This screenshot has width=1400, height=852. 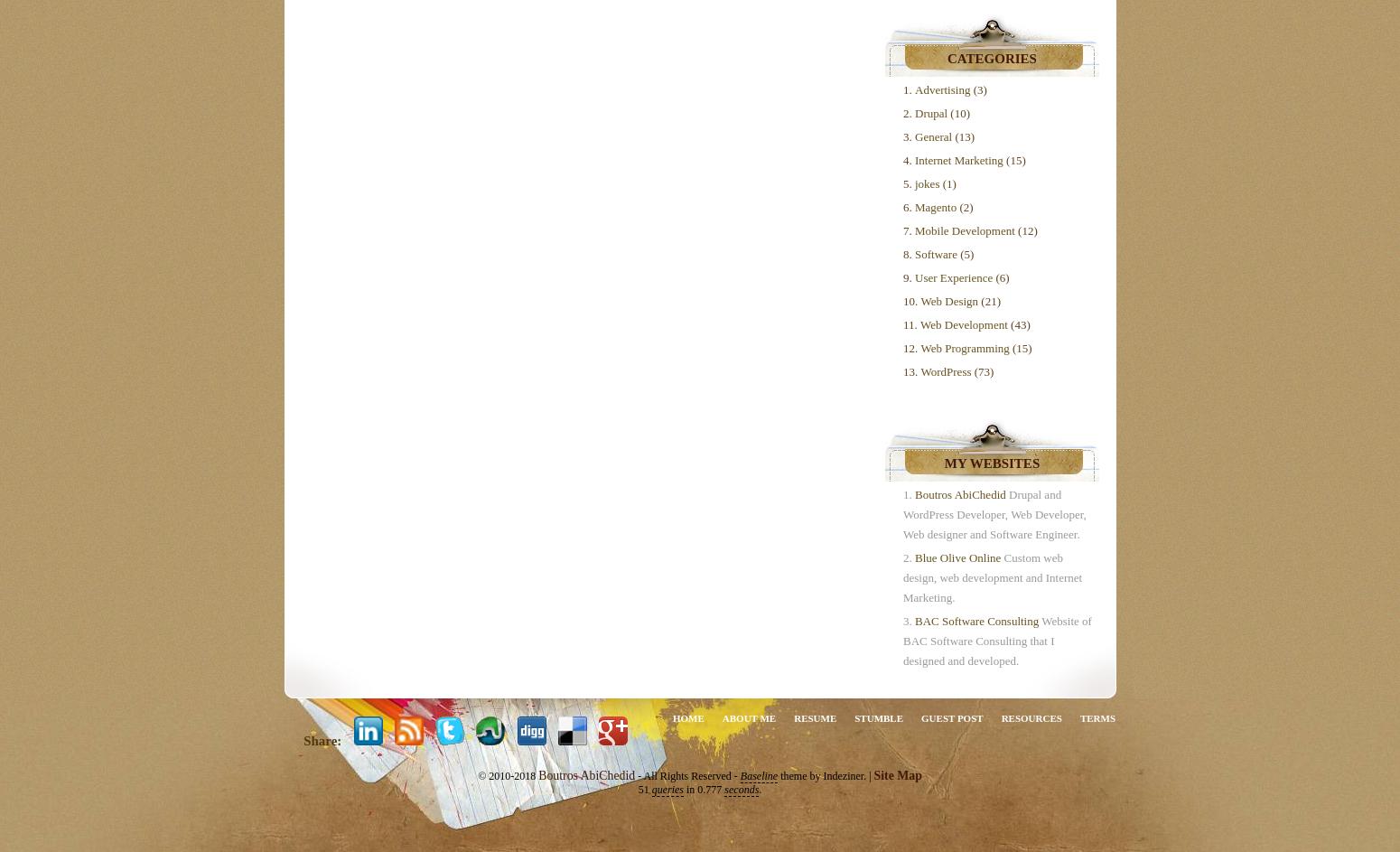 I want to click on 'General', so click(x=933, y=136).